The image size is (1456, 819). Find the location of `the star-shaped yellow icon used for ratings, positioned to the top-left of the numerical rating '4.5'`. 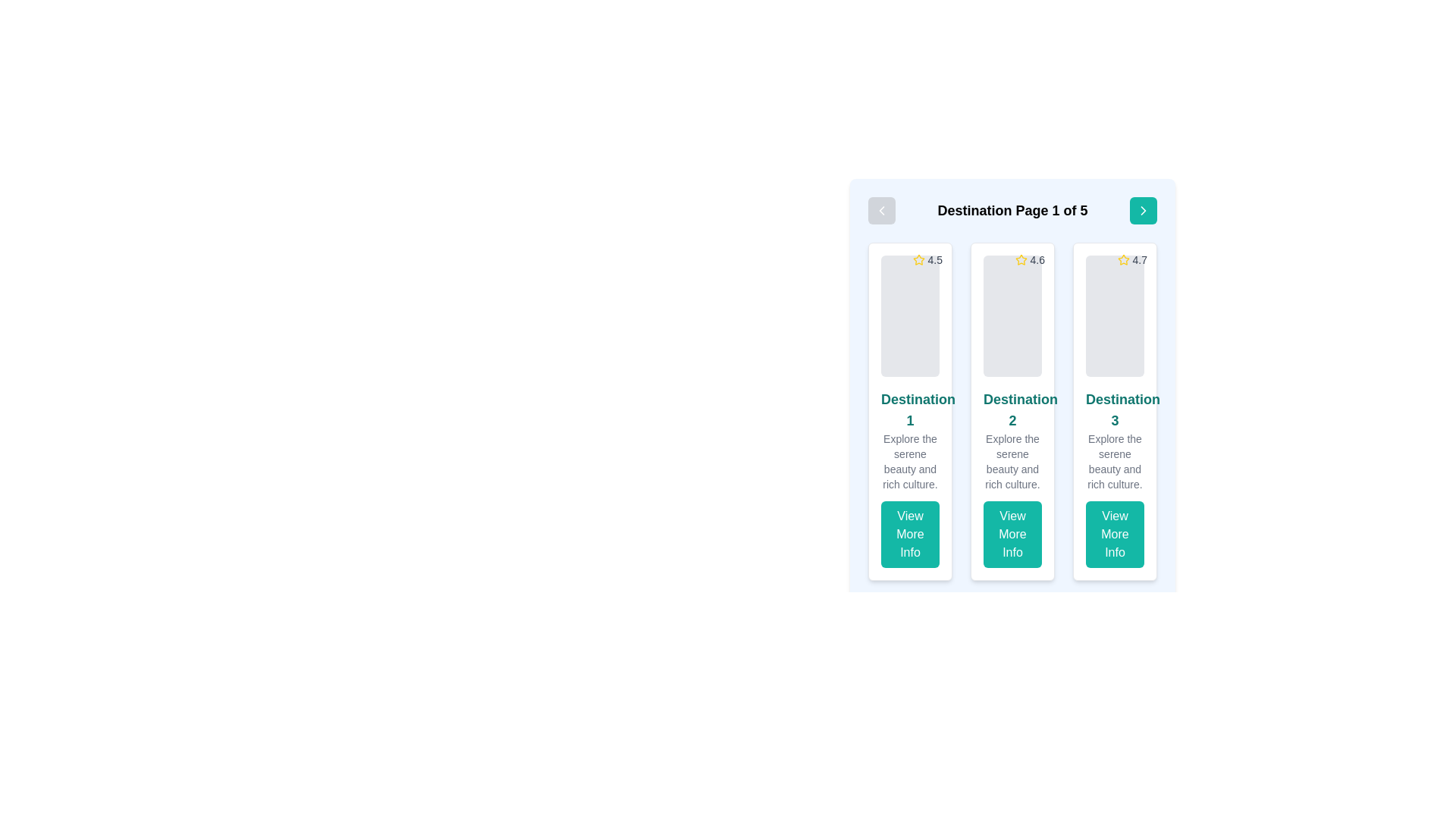

the star-shaped yellow icon used for ratings, positioned to the top-left of the numerical rating '4.5' is located at coordinates (1021, 259).